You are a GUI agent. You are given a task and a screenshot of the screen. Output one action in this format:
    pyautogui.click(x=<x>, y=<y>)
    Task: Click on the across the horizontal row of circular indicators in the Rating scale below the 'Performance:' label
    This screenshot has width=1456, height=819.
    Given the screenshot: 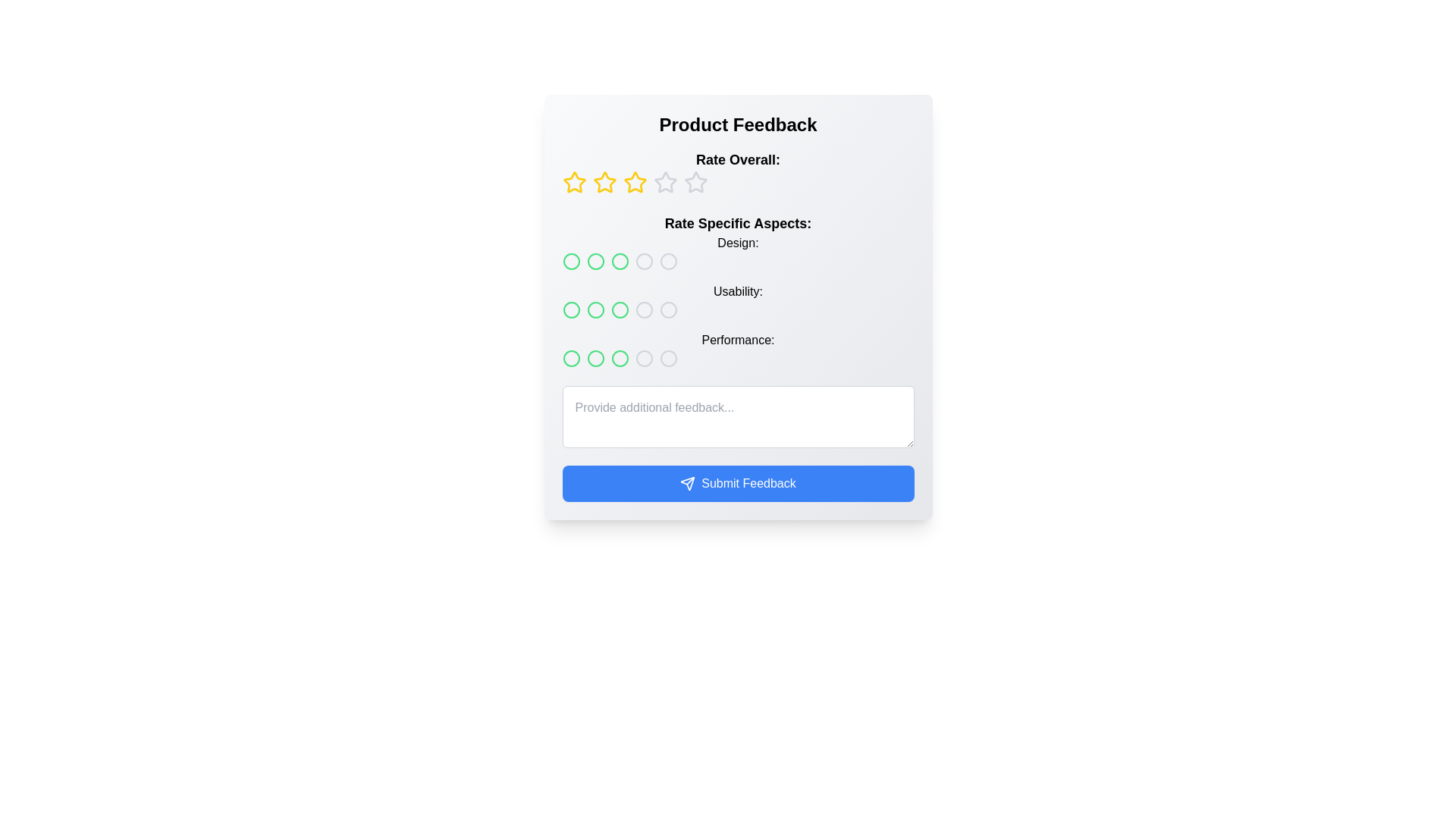 What is the action you would take?
    pyautogui.click(x=738, y=359)
    